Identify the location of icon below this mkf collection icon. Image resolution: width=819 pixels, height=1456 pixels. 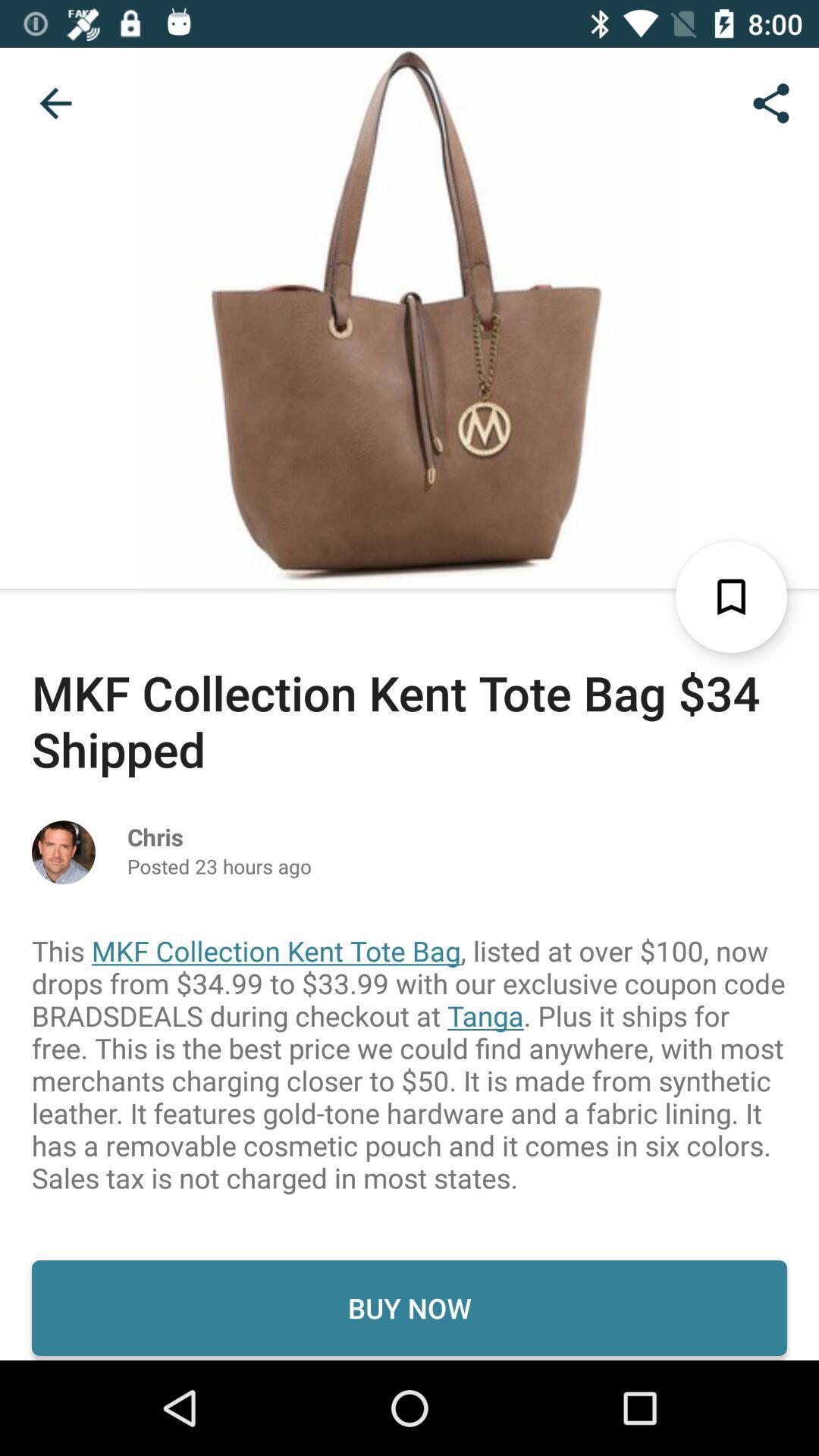
(409, 1307).